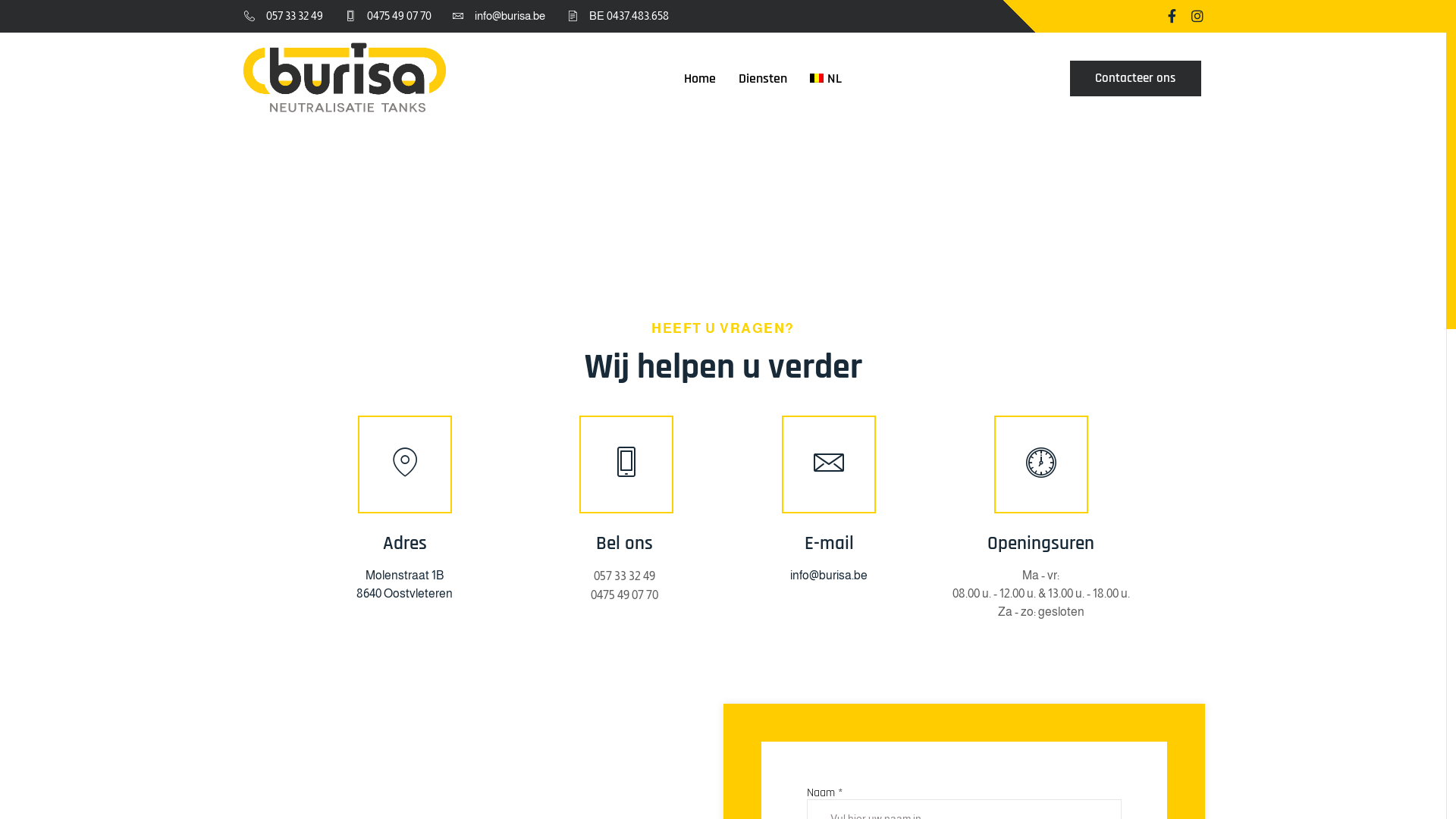 The height and width of the screenshot is (819, 1456). Describe the element at coordinates (589, 594) in the screenshot. I see `'0475 49 07 70'` at that location.